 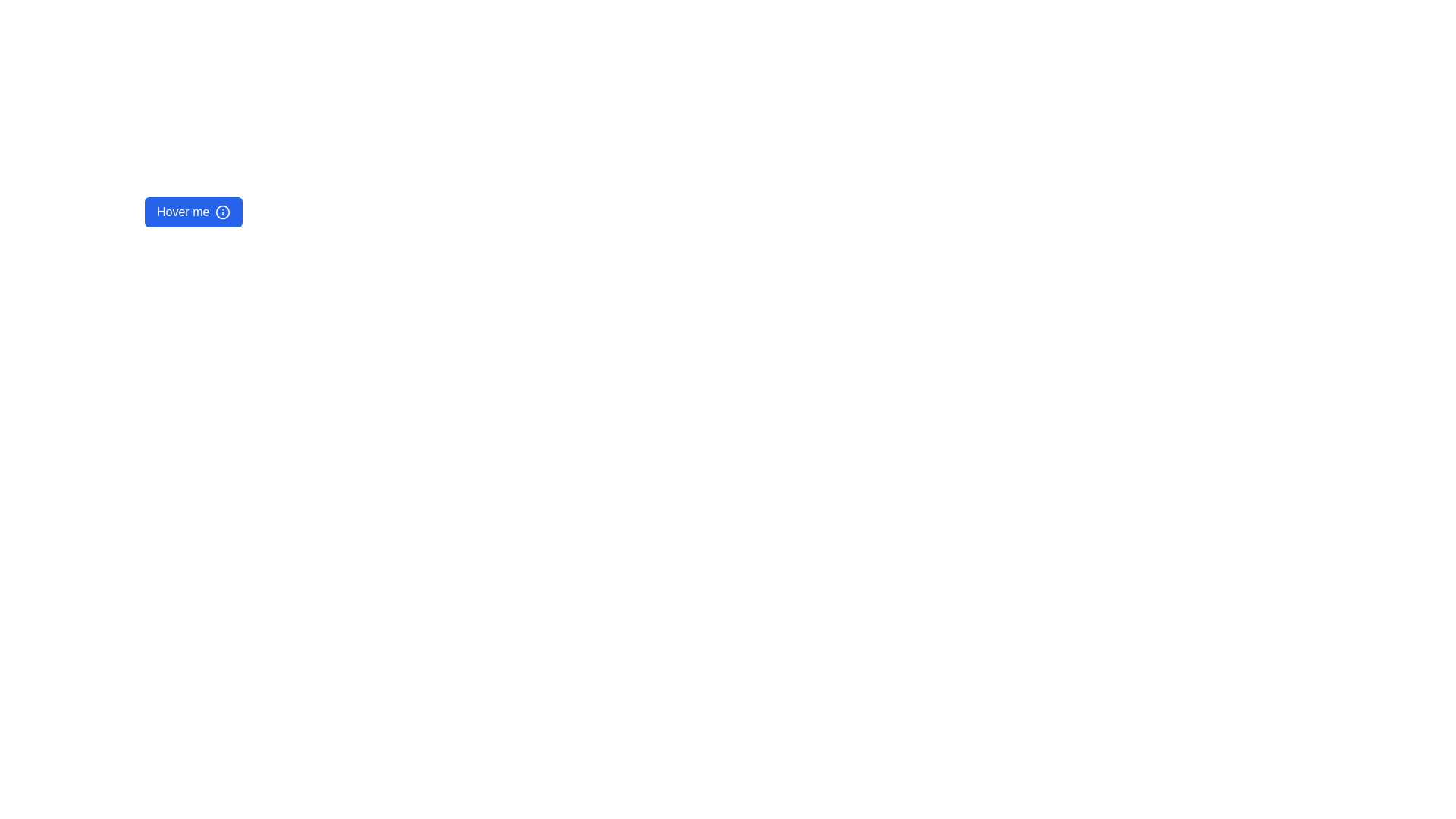 I want to click on the 'Hover me' interactive button with an icon, which is a rectangular button with a blue background and white text, to trigger a hover effect, so click(x=193, y=212).